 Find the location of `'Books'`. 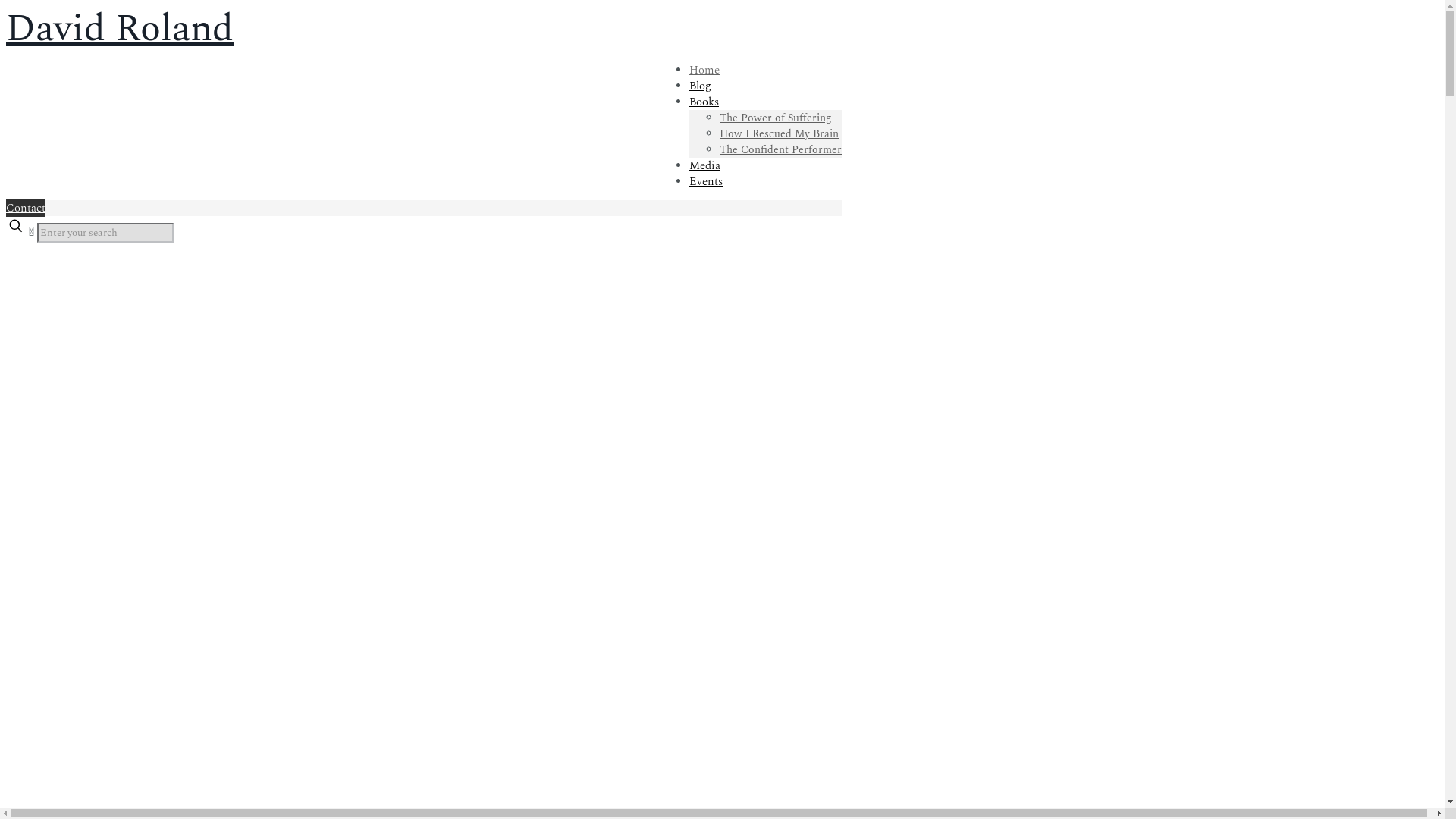

'Books' is located at coordinates (703, 102).